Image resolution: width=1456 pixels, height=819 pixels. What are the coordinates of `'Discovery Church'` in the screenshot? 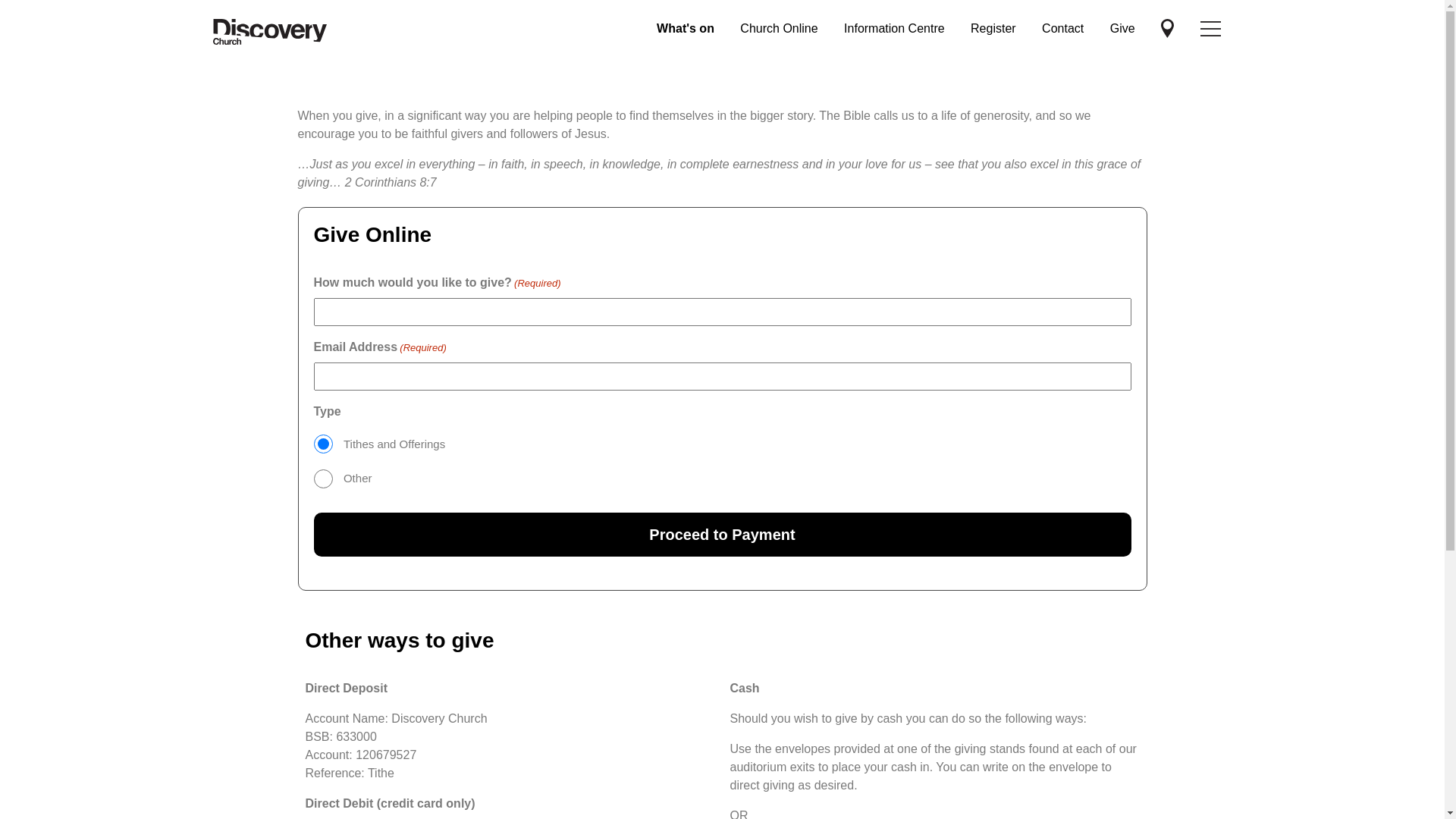 It's located at (211, 32).